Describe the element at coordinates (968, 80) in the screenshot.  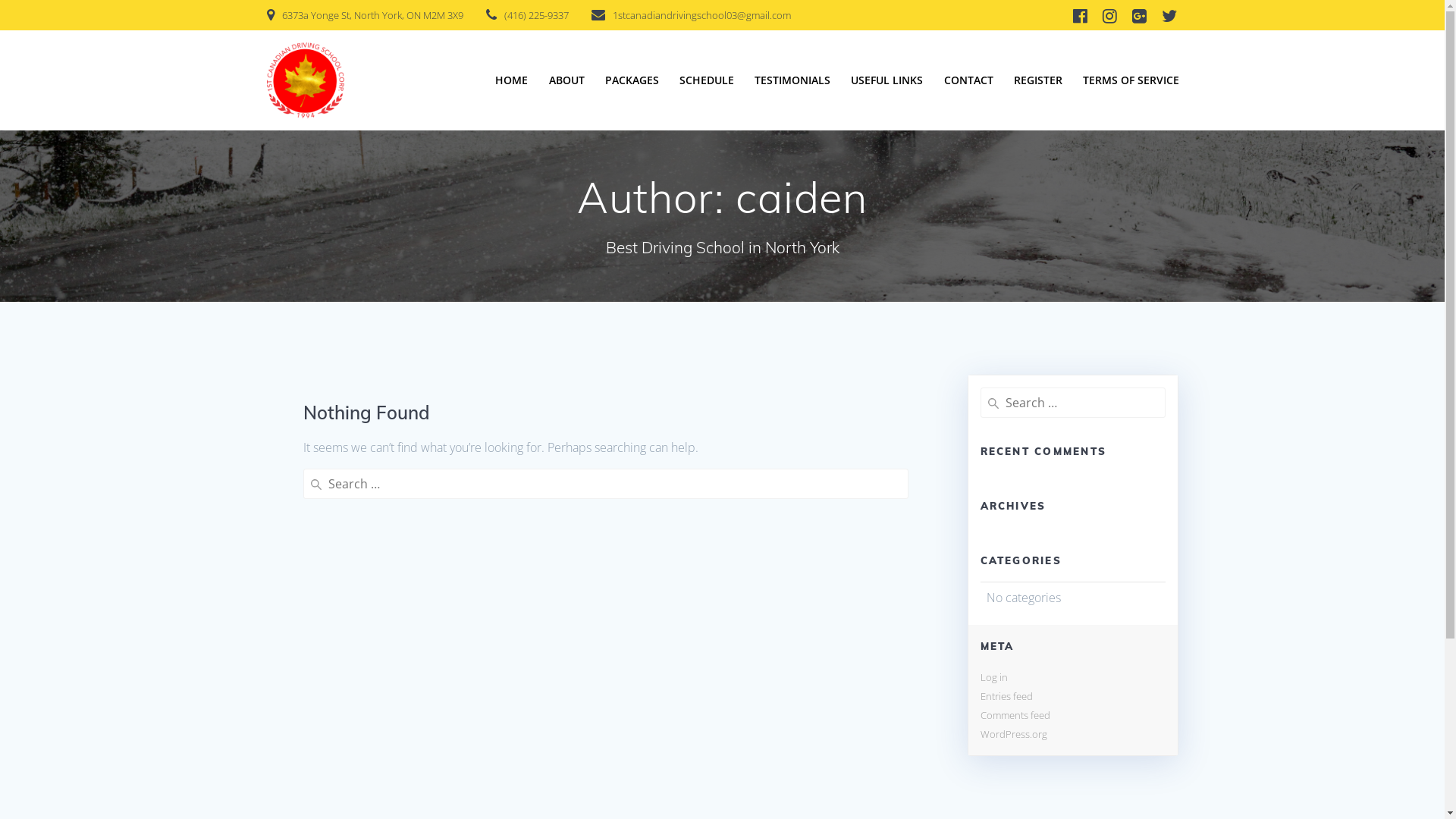
I see `'CONTACT'` at that location.